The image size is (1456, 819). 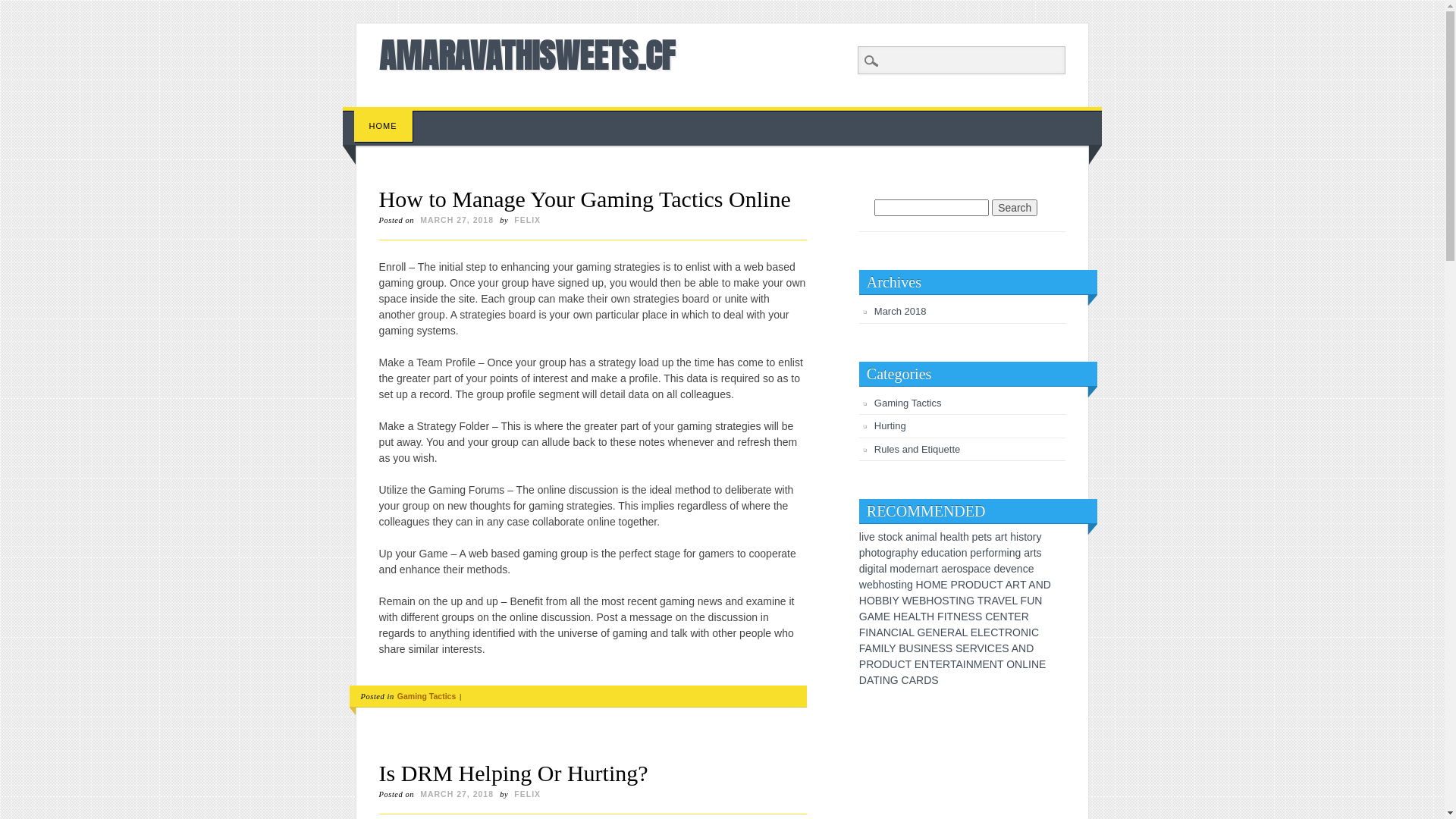 What do you see at coordinates (948, 648) in the screenshot?
I see `'S'` at bounding box center [948, 648].